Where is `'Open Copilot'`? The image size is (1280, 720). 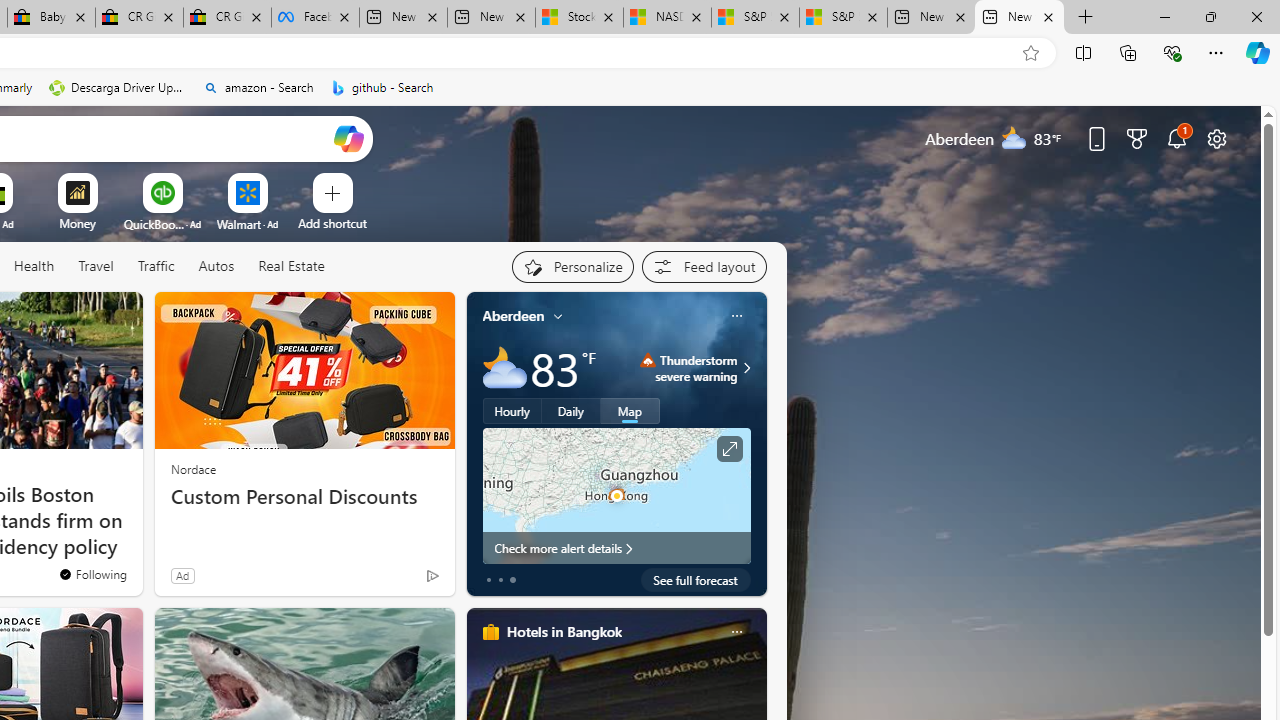
'Open Copilot' is located at coordinates (348, 137).